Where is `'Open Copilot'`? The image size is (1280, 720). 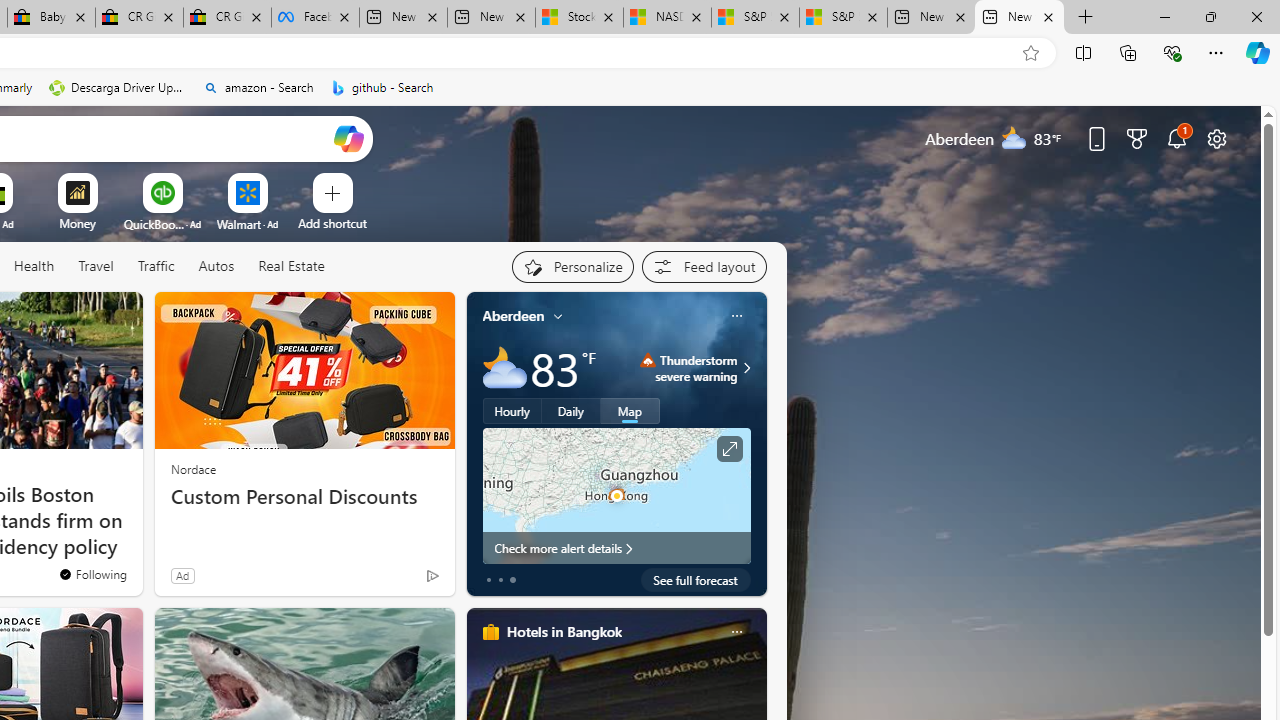
'Open Copilot' is located at coordinates (348, 137).